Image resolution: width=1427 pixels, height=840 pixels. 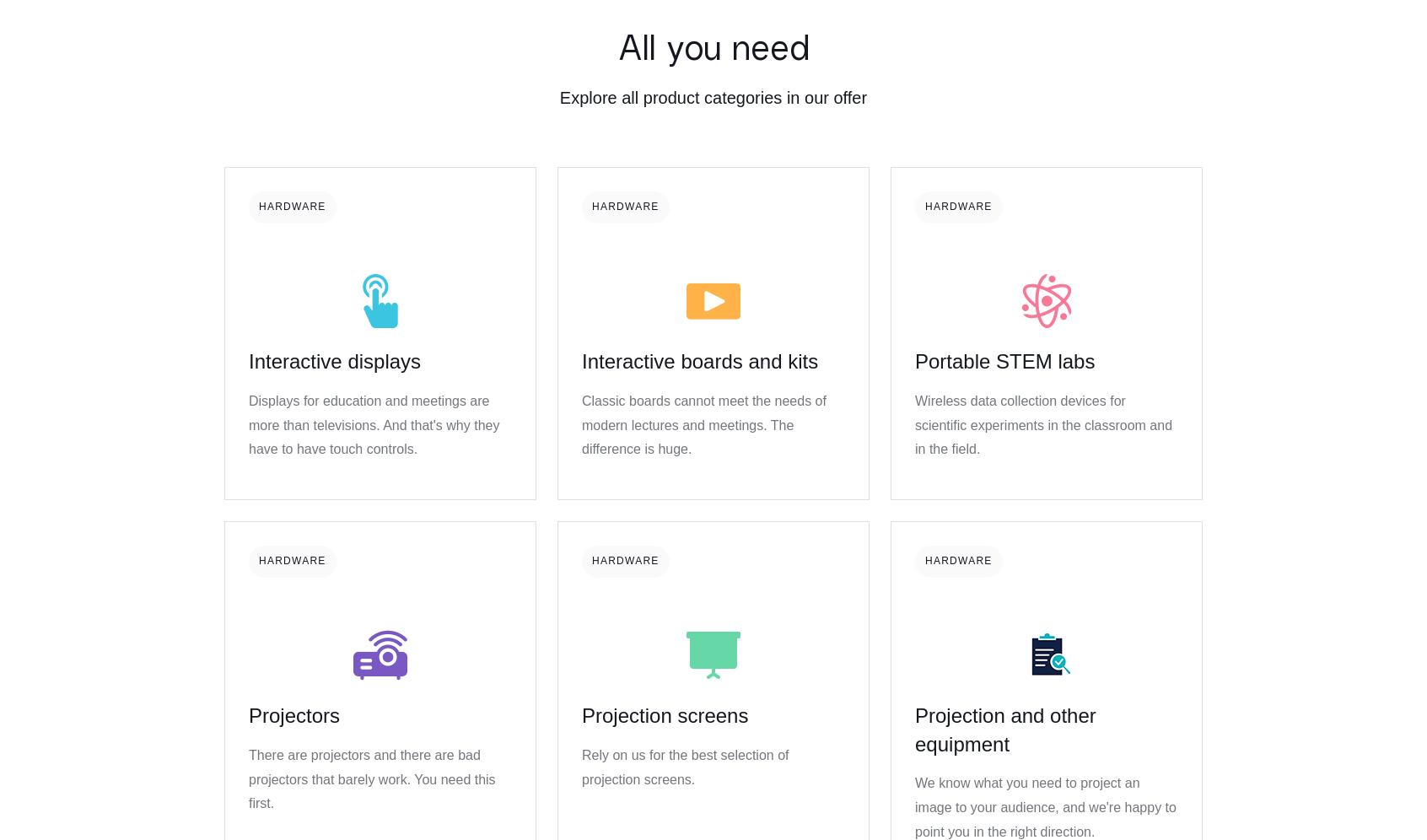 I want to click on 'There are projectors and there are bad projectors that barely work. You need this first.', so click(x=370, y=778).